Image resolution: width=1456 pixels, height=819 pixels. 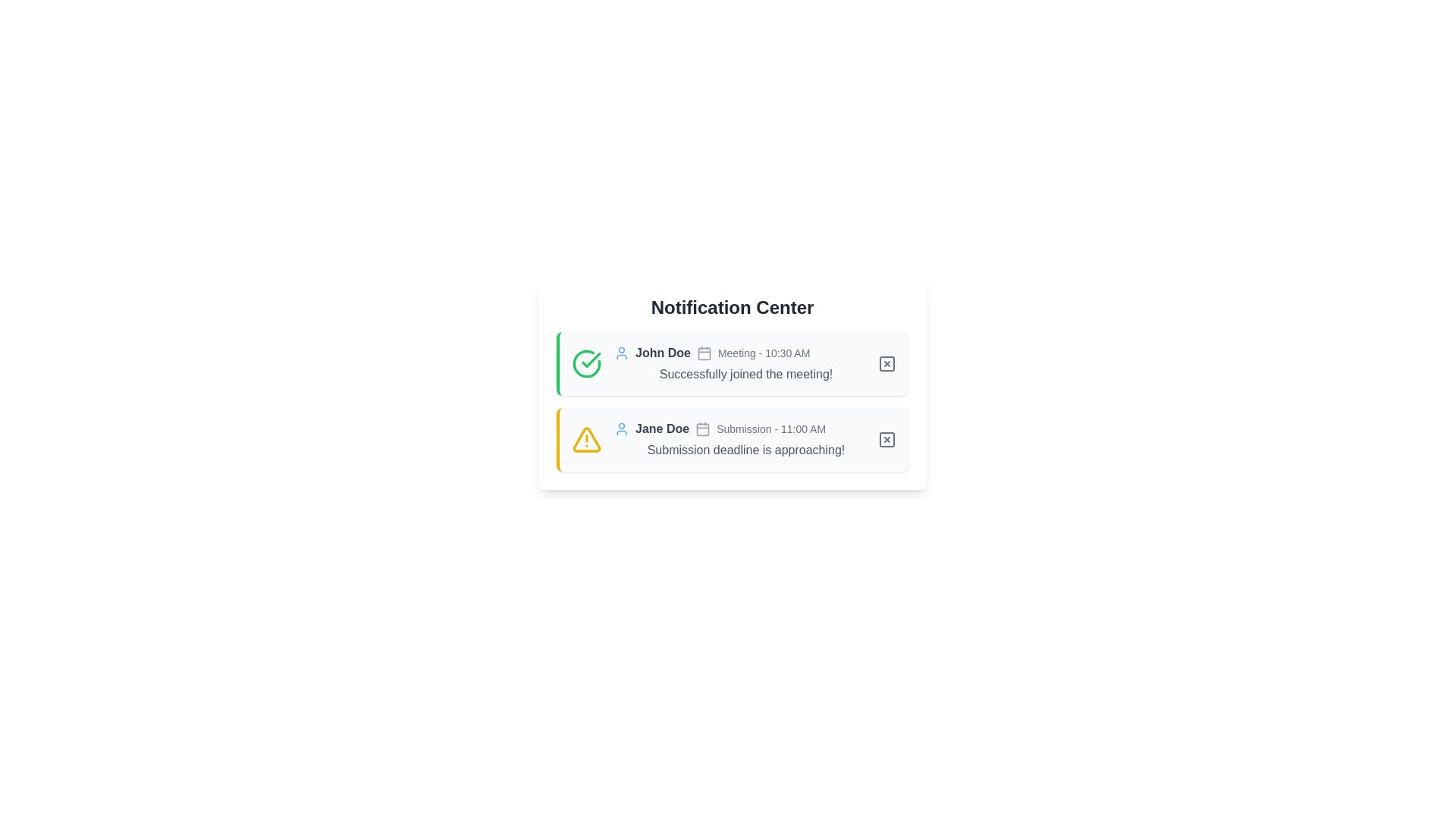 I want to click on the text label that displays 'Submission deadline is approaching!' in the Notification Center under the notification titled 'Jane Doe | Submission - 11:00 AM', so click(x=745, y=450).